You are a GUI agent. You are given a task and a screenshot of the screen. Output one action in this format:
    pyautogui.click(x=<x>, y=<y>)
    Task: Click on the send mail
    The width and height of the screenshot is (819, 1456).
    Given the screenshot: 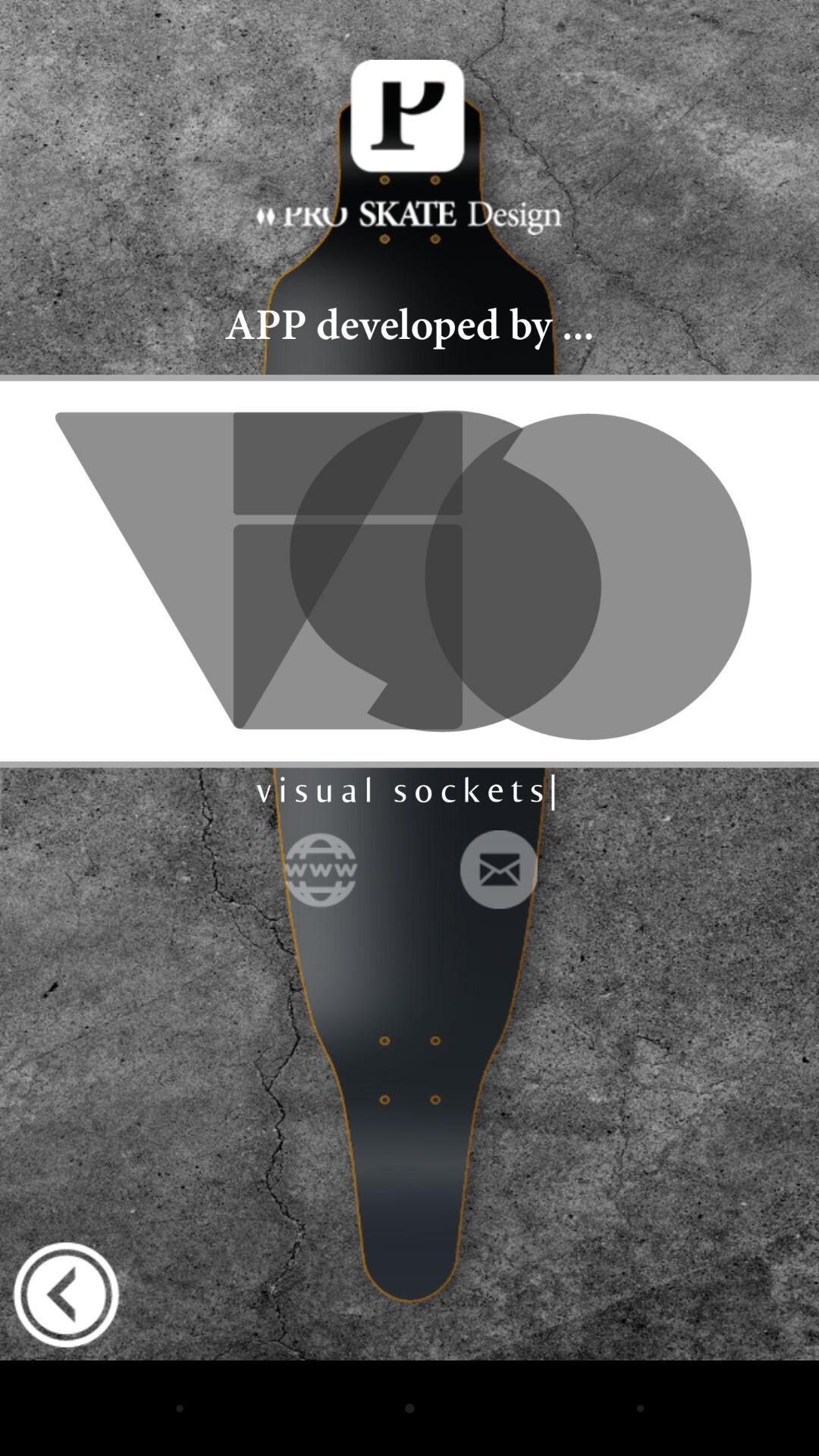 What is the action you would take?
    pyautogui.click(x=497, y=869)
    